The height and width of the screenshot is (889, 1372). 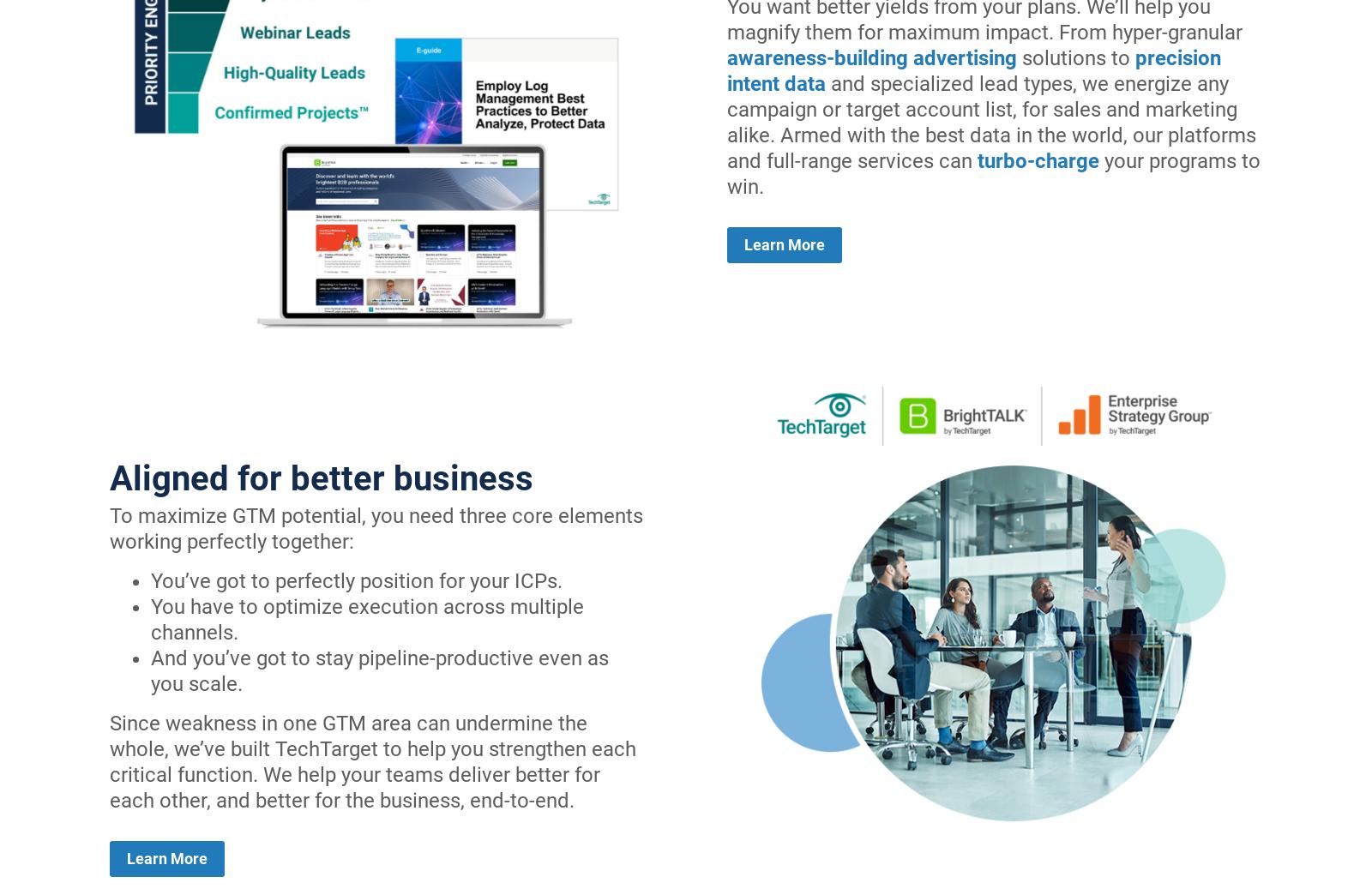 I want to click on 'You’ve got to perfectly position for your ICPs.', so click(x=356, y=580).